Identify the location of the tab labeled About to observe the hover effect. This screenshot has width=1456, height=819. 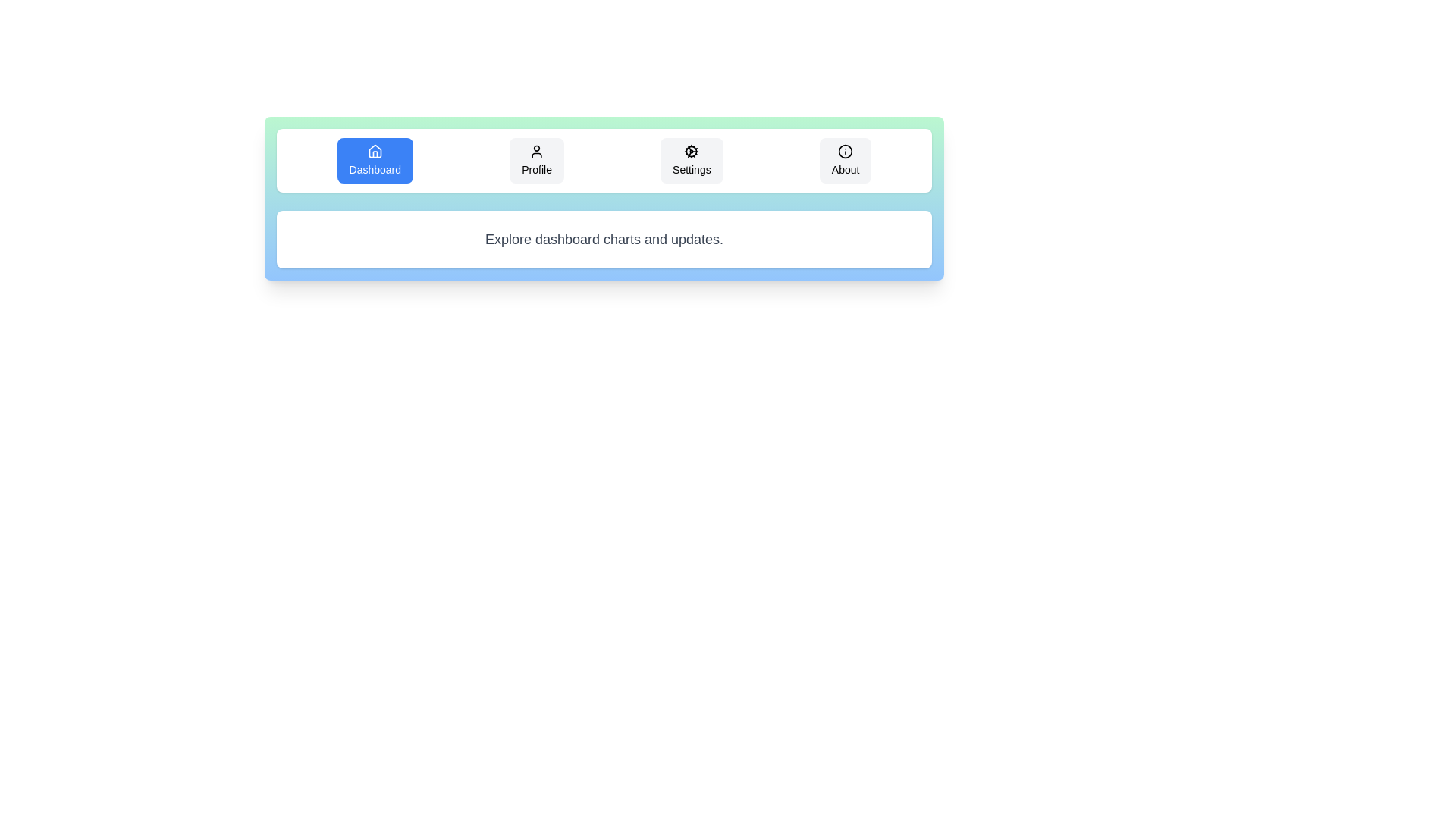
(845, 161).